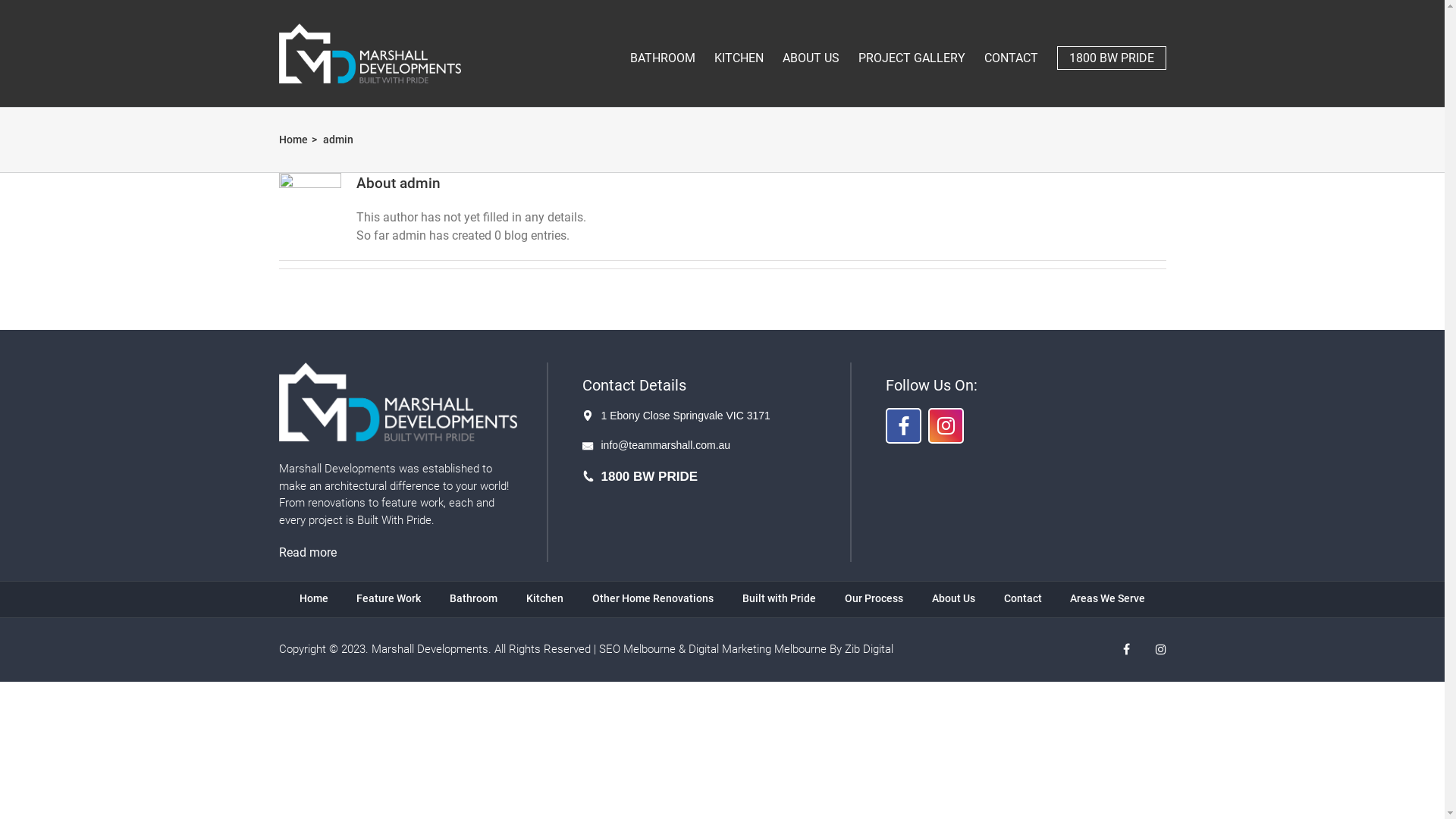 Image resolution: width=1456 pixels, height=819 pixels. Describe the element at coordinates (739, 49) in the screenshot. I see `'KITCHEN'` at that location.